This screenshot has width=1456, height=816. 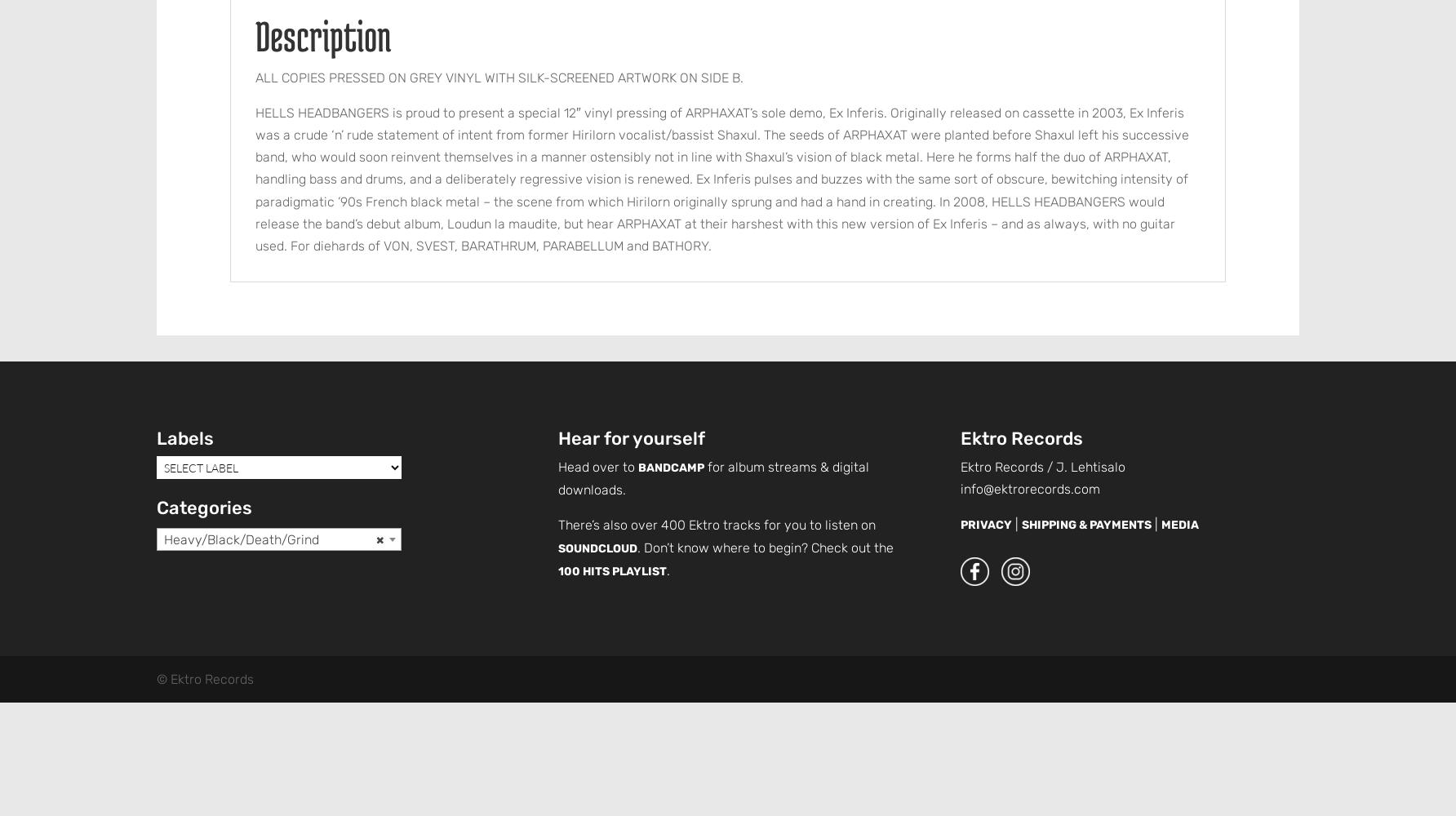 I want to click on 'Labels', so click(x=184, y=438).